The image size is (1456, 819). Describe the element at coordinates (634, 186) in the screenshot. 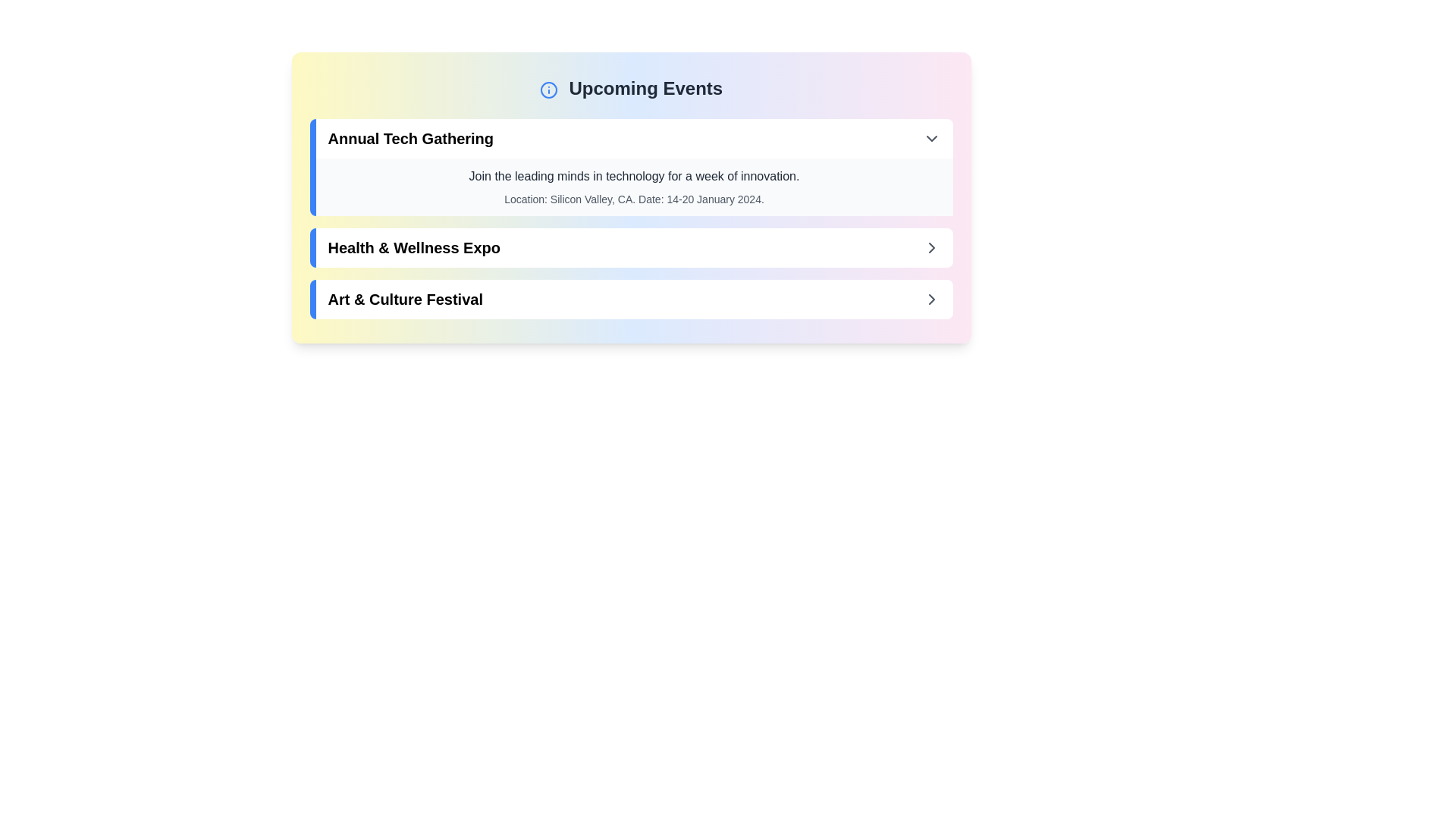

I see `the informational text block that provides details about the 'Annual Tech Gathering' event, located beneath its header and centered in the expandable section` at that location.